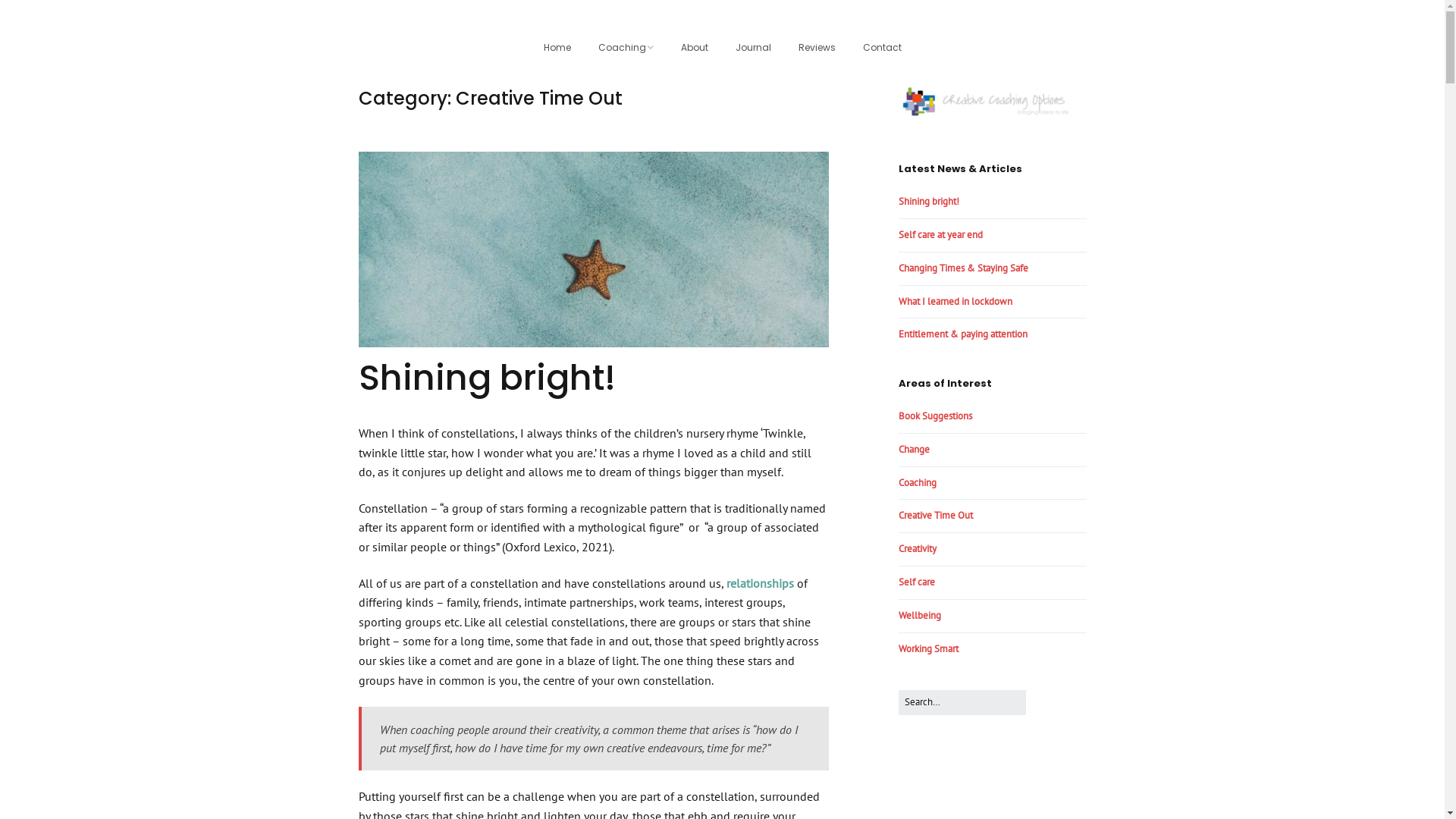  What do you see at coordinates (927, 648) in the screenshot?
I see `'Working Smart'` at bounding box center [927, 648].